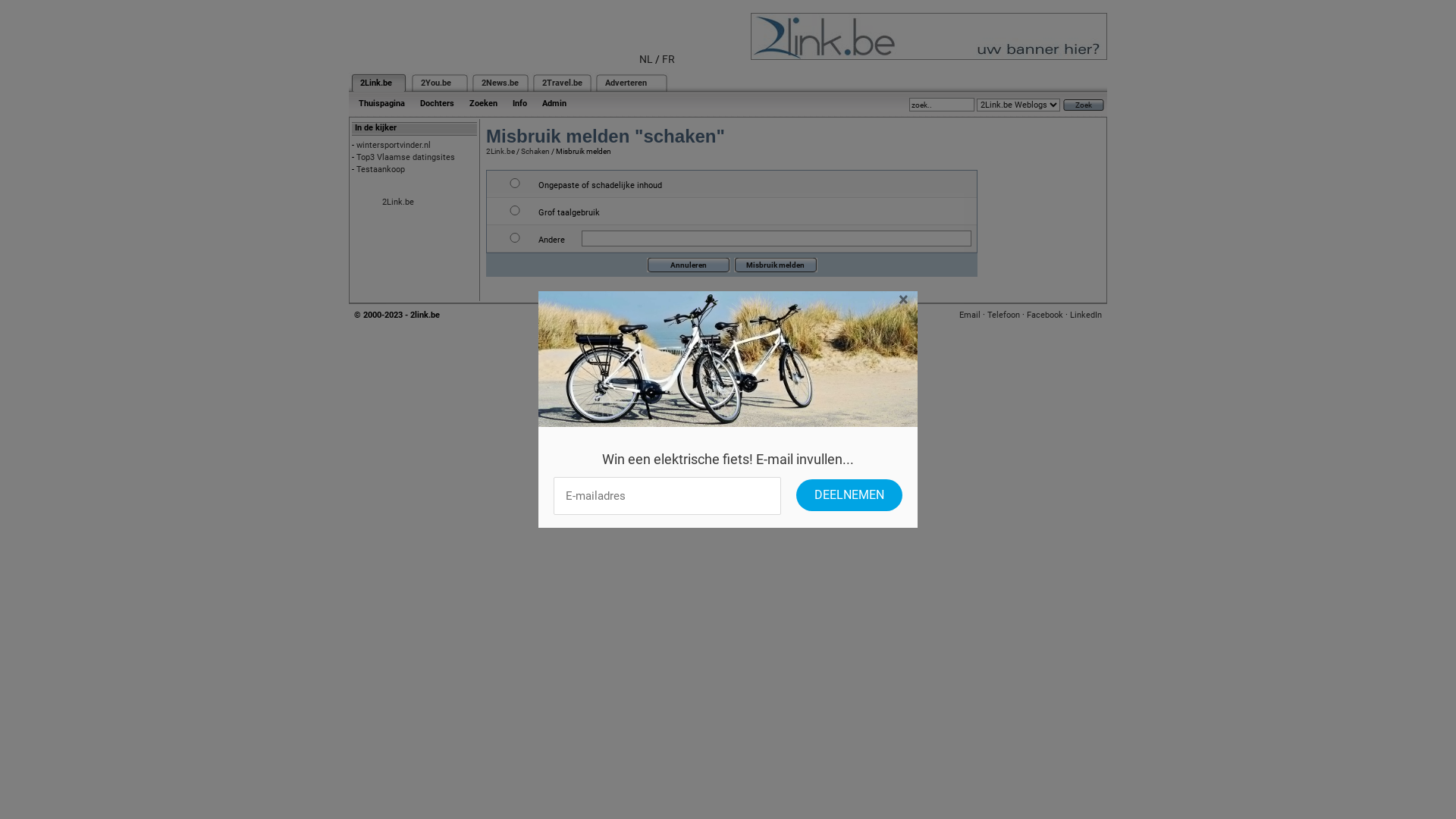 The image size is (1456, 819). Describe the element at coordinates (1003, 314) in the screenshot. I see `'Telefoon'` at that location.